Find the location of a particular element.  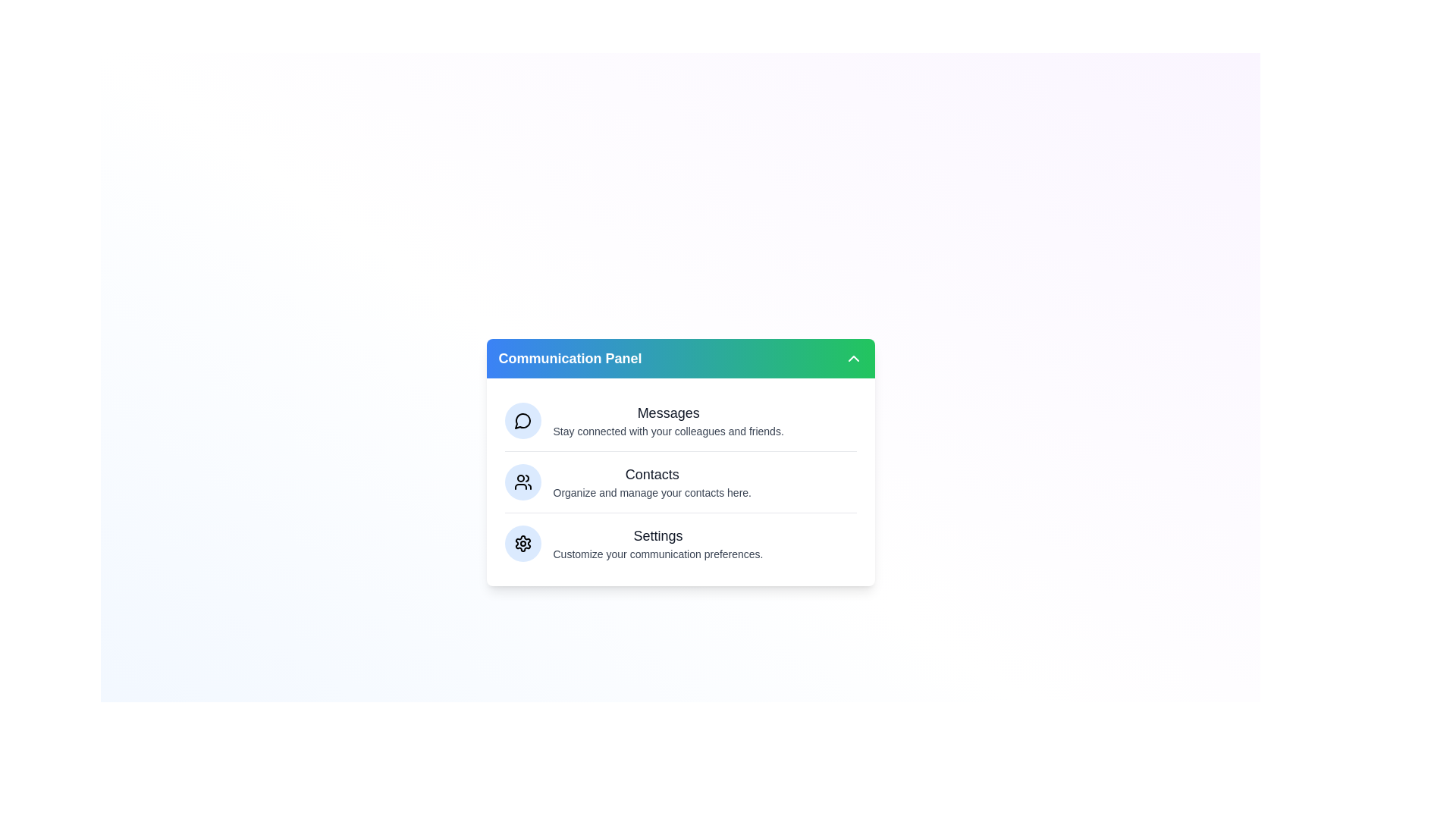

the Contacts section visually is located at coordinates (522, 482).